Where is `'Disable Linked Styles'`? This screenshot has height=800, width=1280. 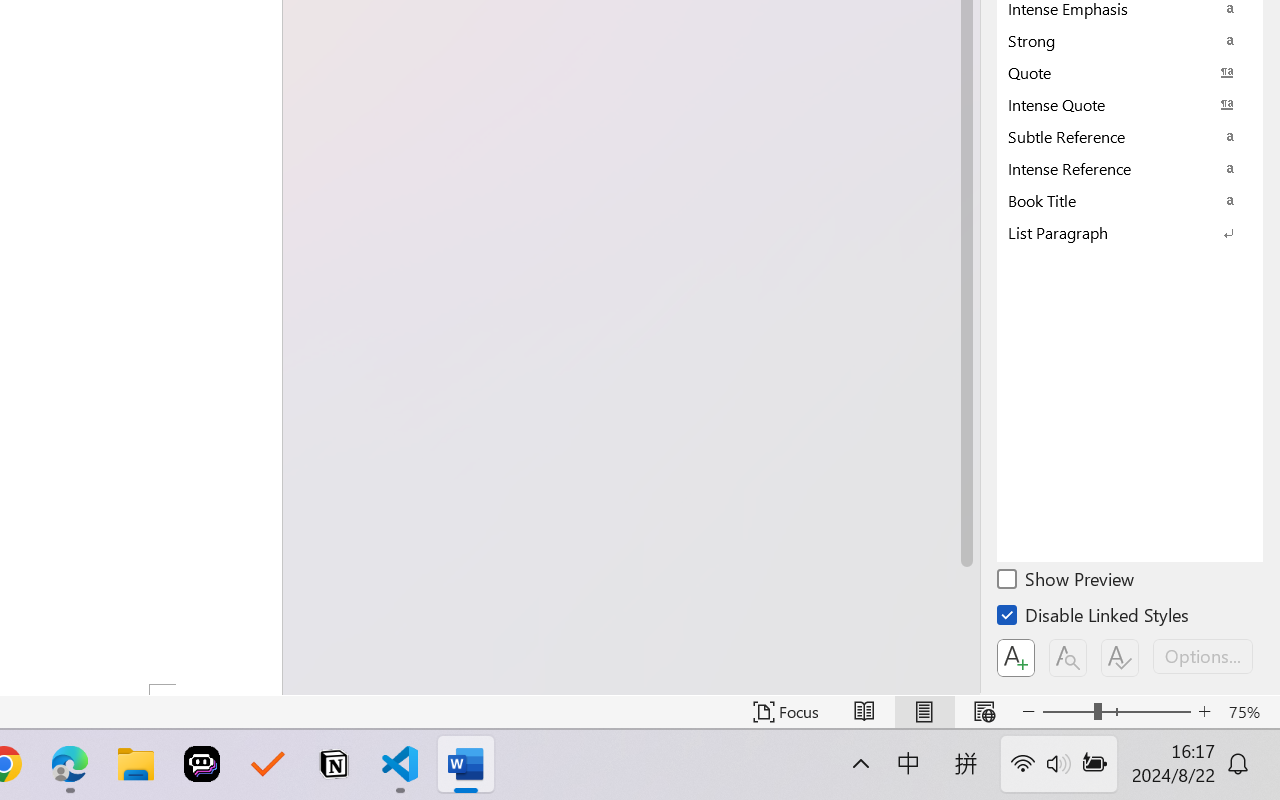
'Disable Linked Styles' is located at coordinates (1094, 618).